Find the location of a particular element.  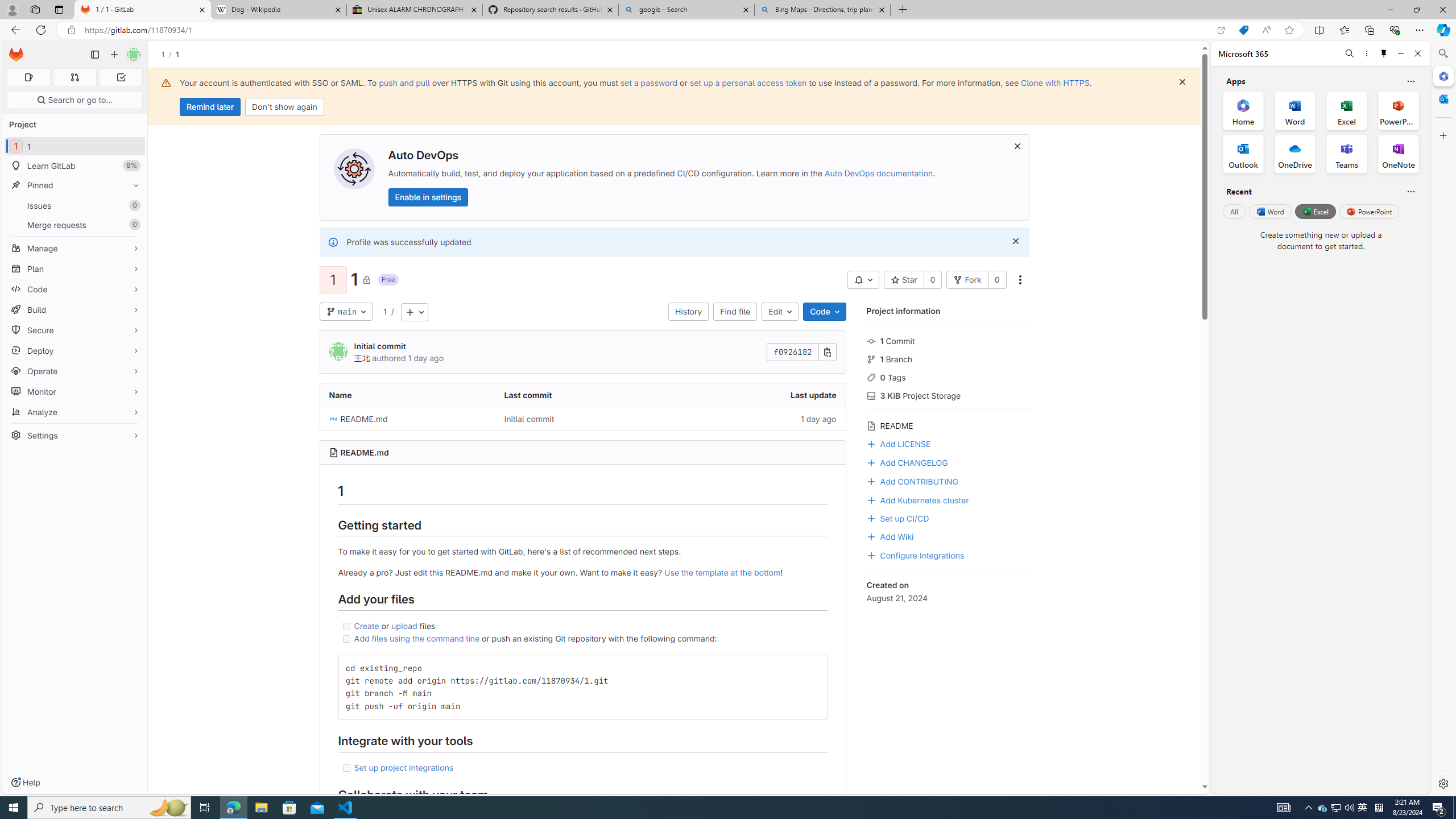

'Manage' is located at coordinates (74, 248).